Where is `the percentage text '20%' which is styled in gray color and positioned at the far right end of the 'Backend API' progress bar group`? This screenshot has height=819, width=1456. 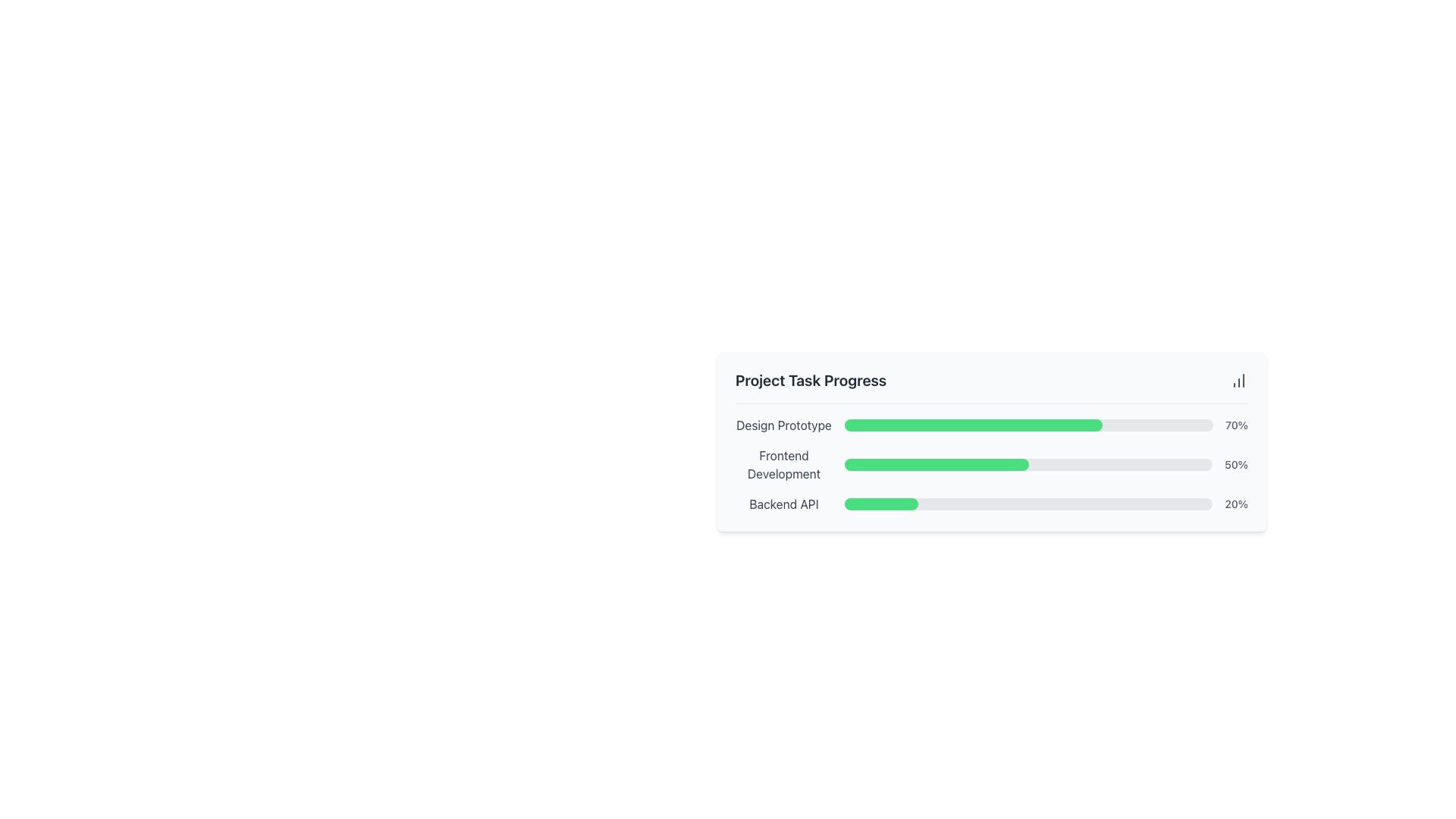
the percentage text '20%' which is styled in gray color and positioned at the far right end of the 'Backend API' progress bar group is located at coordinates (1236, 504).